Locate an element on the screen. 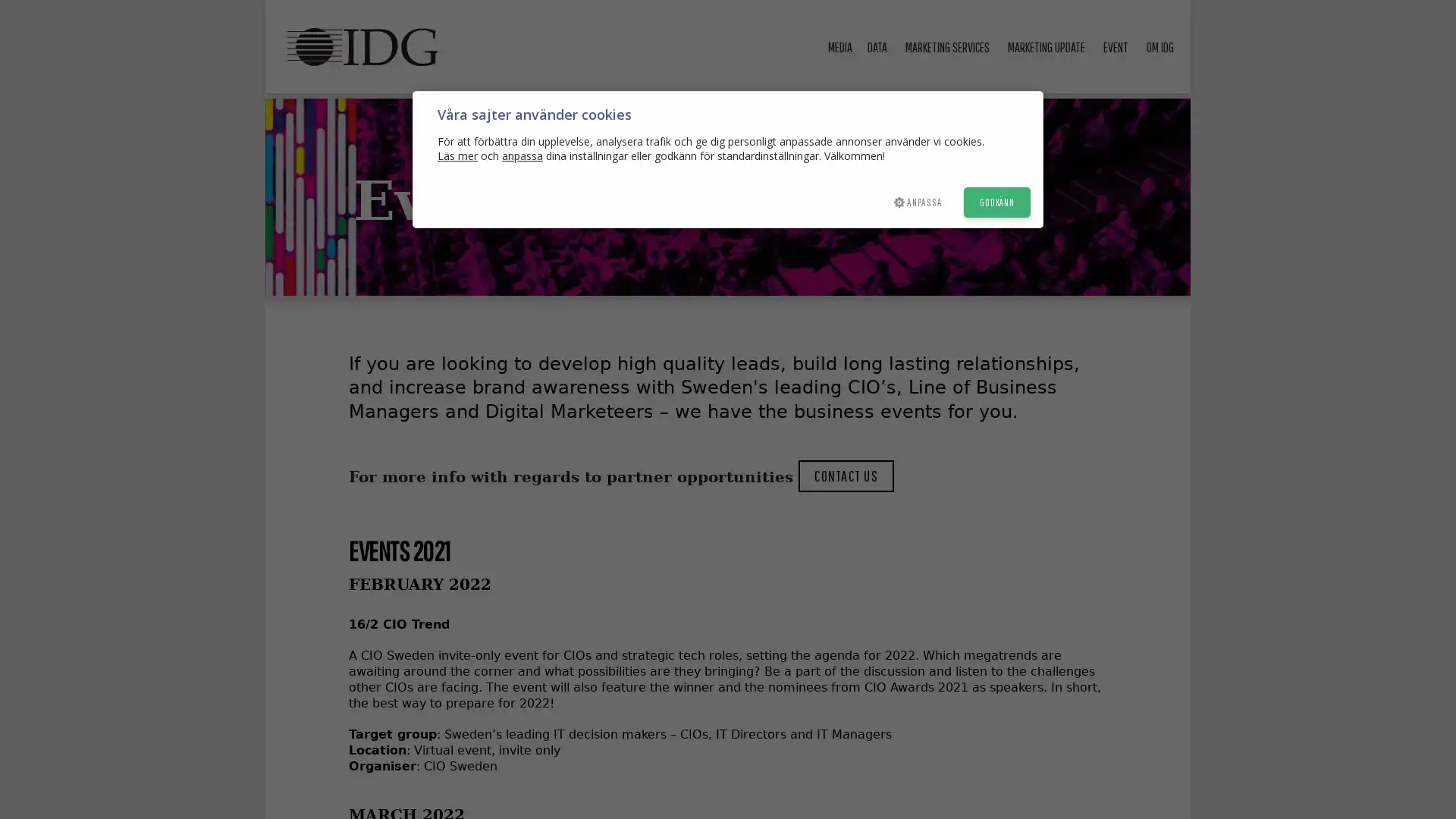 The image size is (1456, 819). INSTALLNINGAR:ANPASSA is located at coordinates (916, 201).